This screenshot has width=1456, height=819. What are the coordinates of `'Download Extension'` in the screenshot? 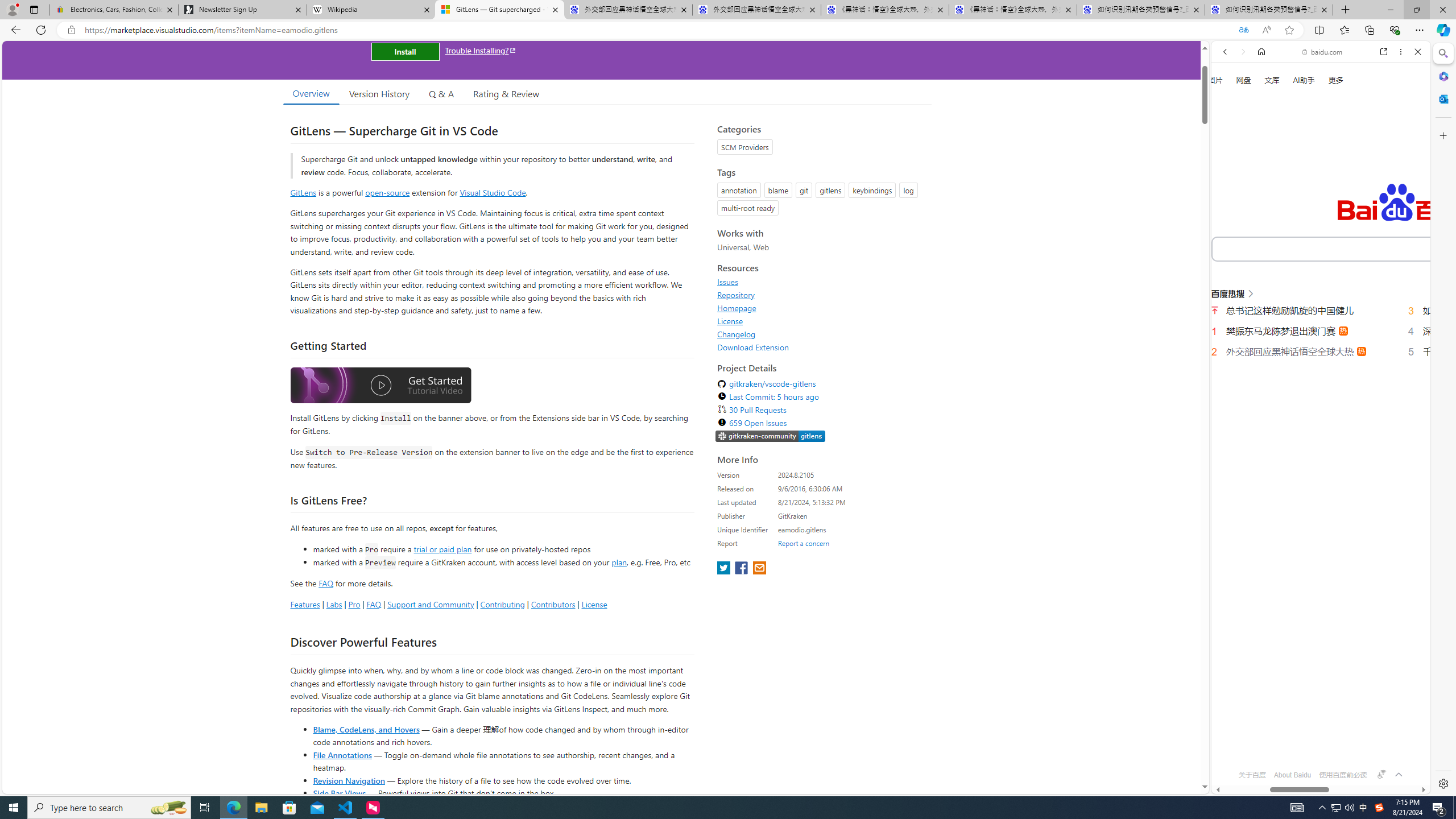 It's located at (753, 346).